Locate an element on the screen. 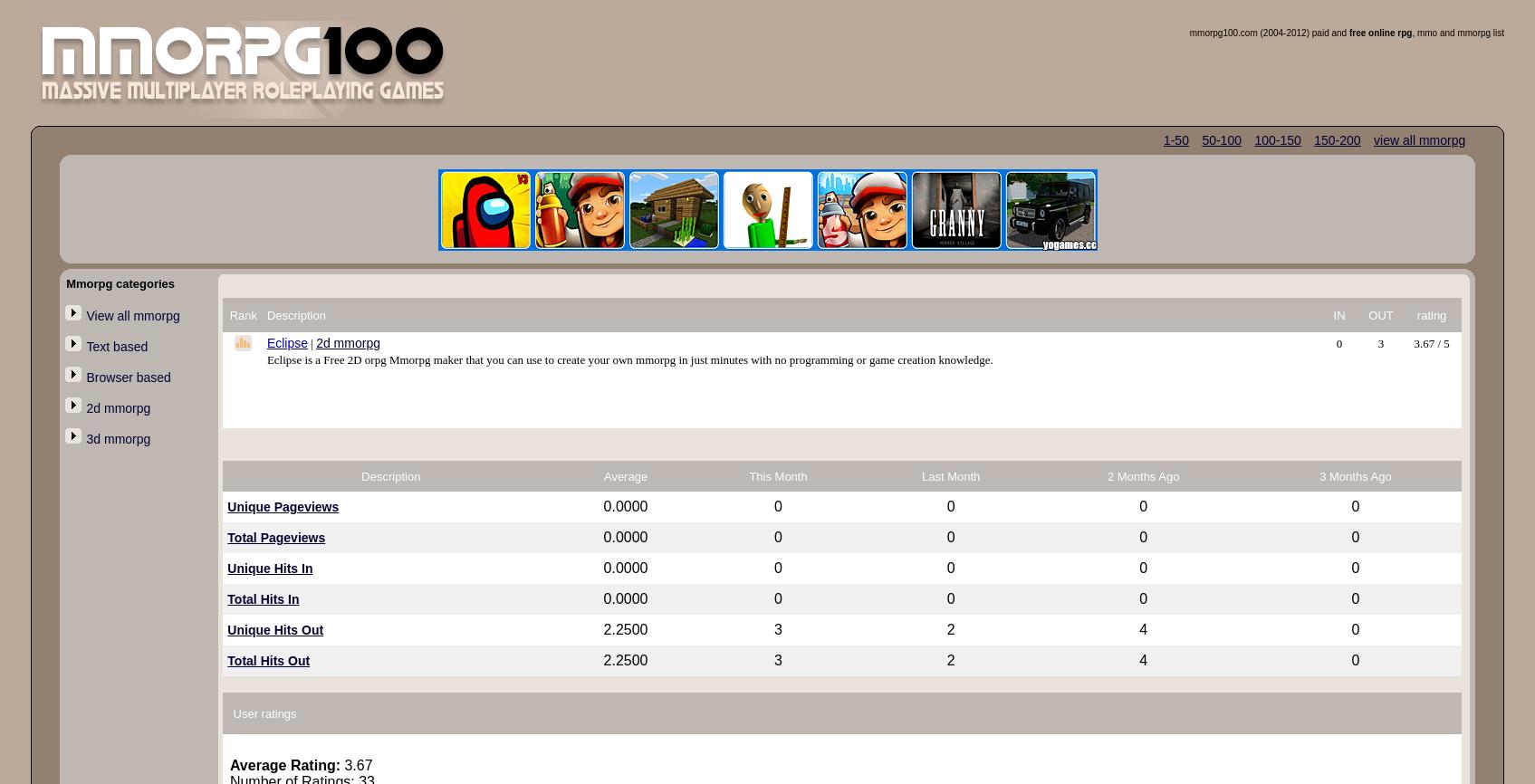 The image size is (1535, 784). 'View all mmorpg' is located at coordinates (84, 313).